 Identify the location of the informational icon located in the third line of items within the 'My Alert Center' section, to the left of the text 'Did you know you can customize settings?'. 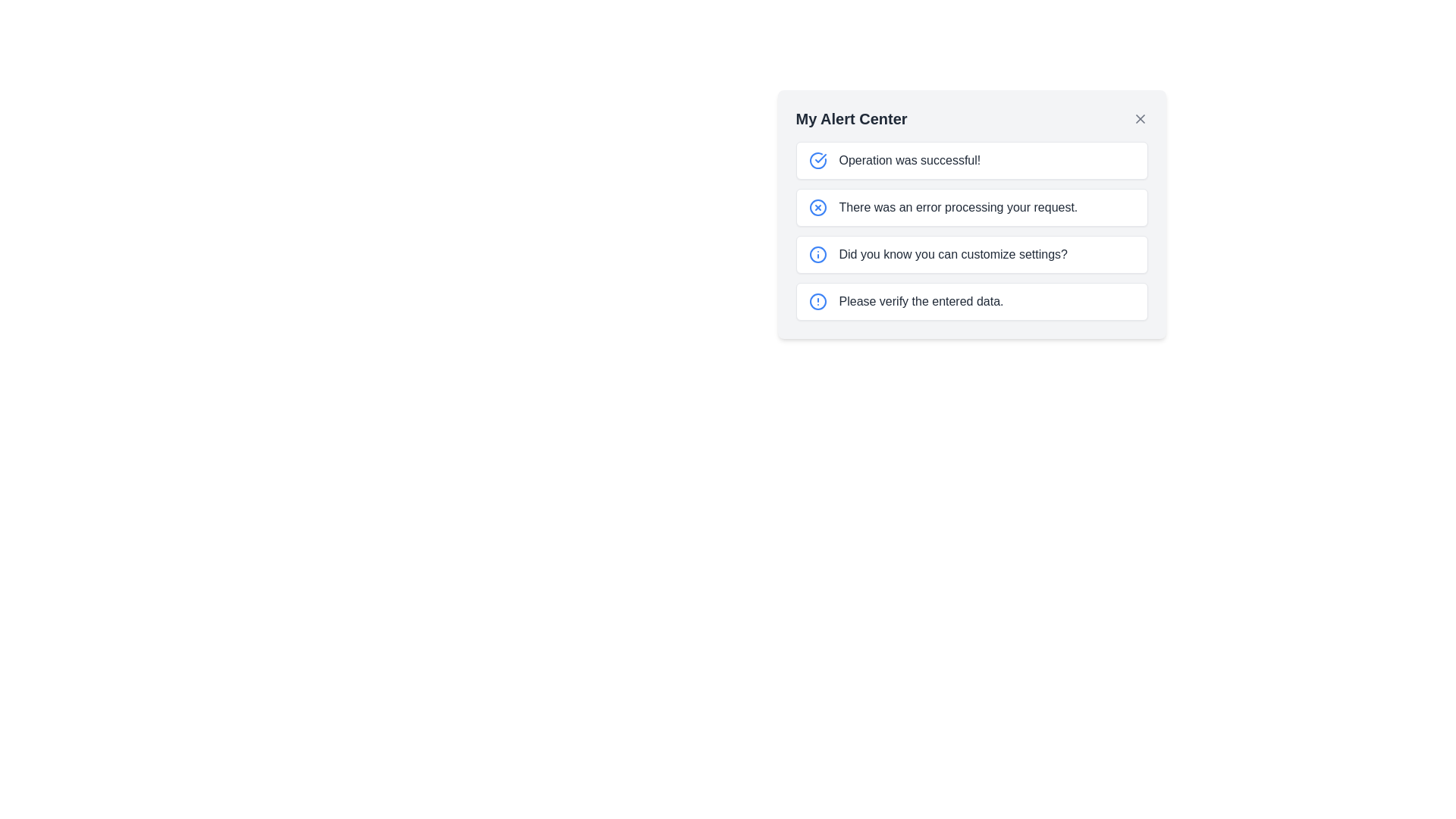
(817, 253).